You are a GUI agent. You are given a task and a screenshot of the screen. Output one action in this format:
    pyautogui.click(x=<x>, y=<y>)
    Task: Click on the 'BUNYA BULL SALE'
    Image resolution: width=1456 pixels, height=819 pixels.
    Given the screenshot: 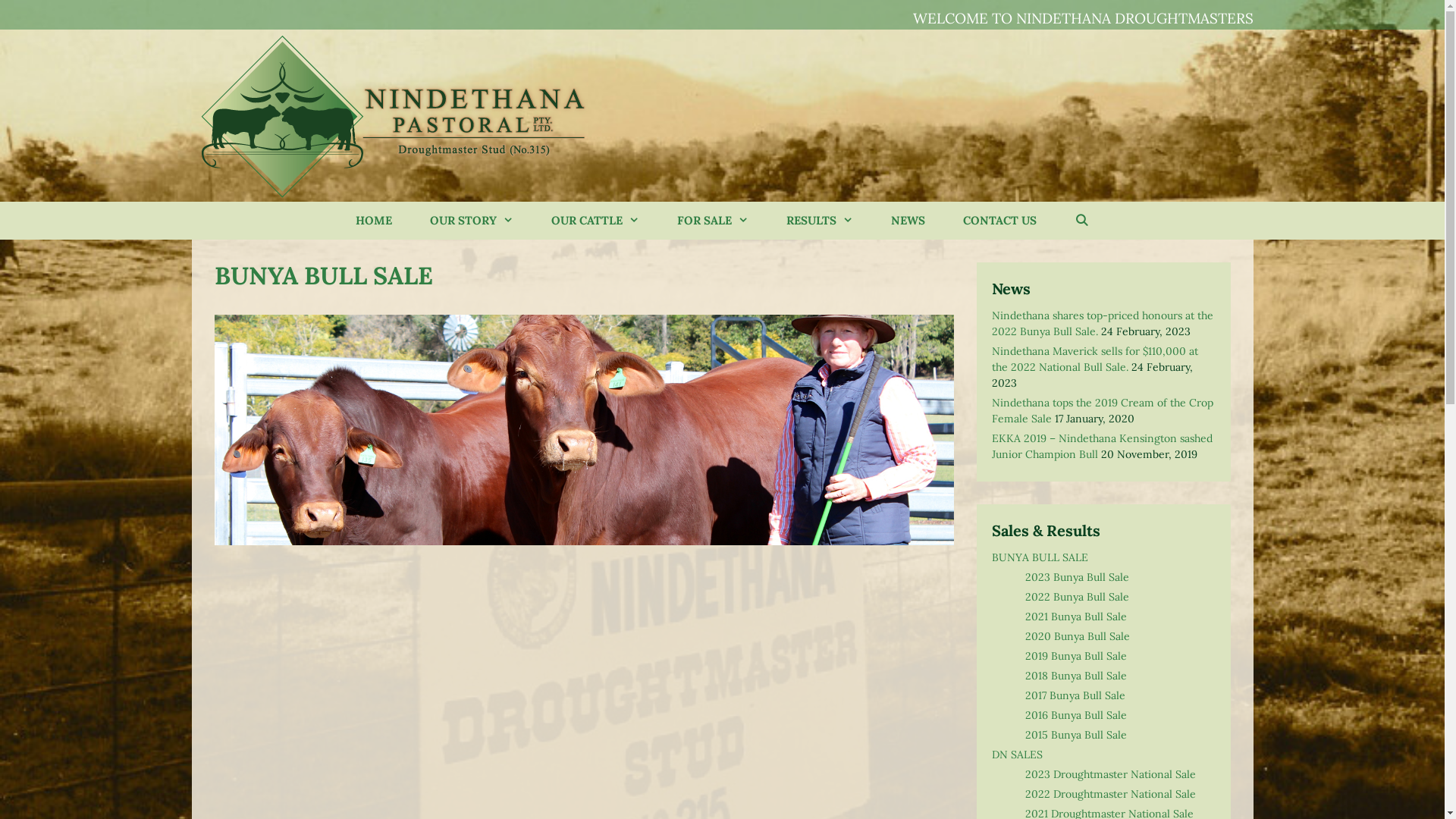 What is the action you would take?
    pyautogui.click(x=992, y=557)
    